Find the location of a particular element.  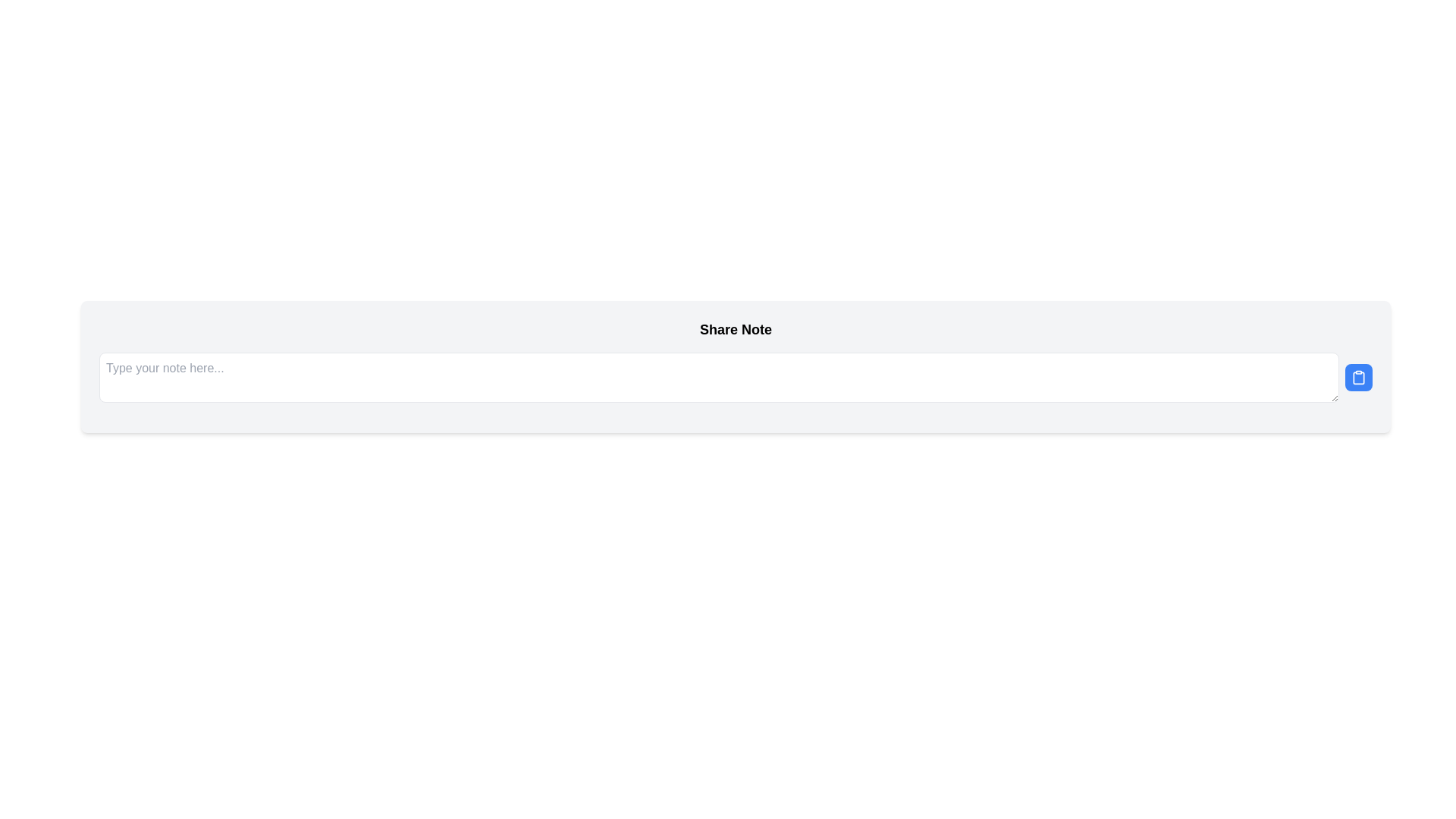

the clipboard icon button located at the far right end of the text input field is located at coordinates (1358, 376).